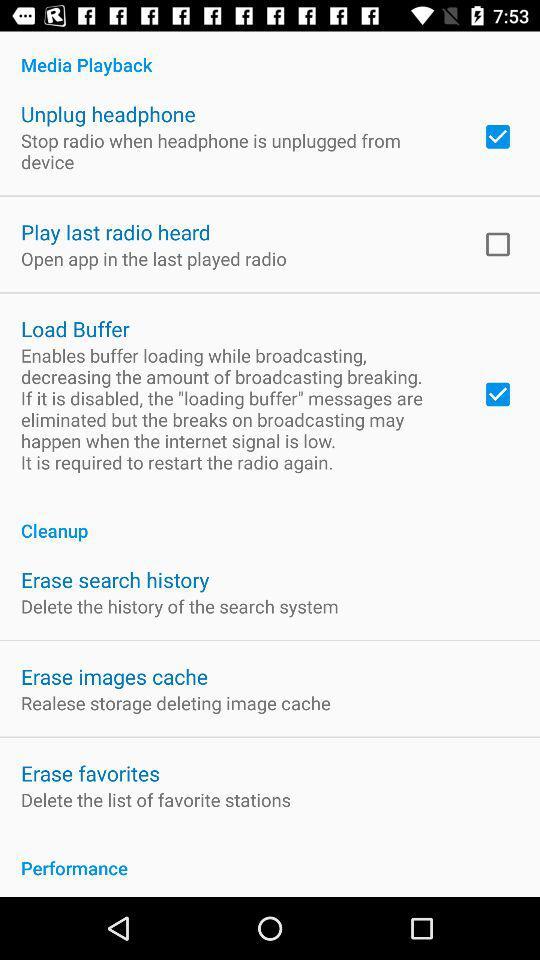 The height and width of the screenshot is (960, 540). I want to click on the item below delete the list, so click(270, 856).